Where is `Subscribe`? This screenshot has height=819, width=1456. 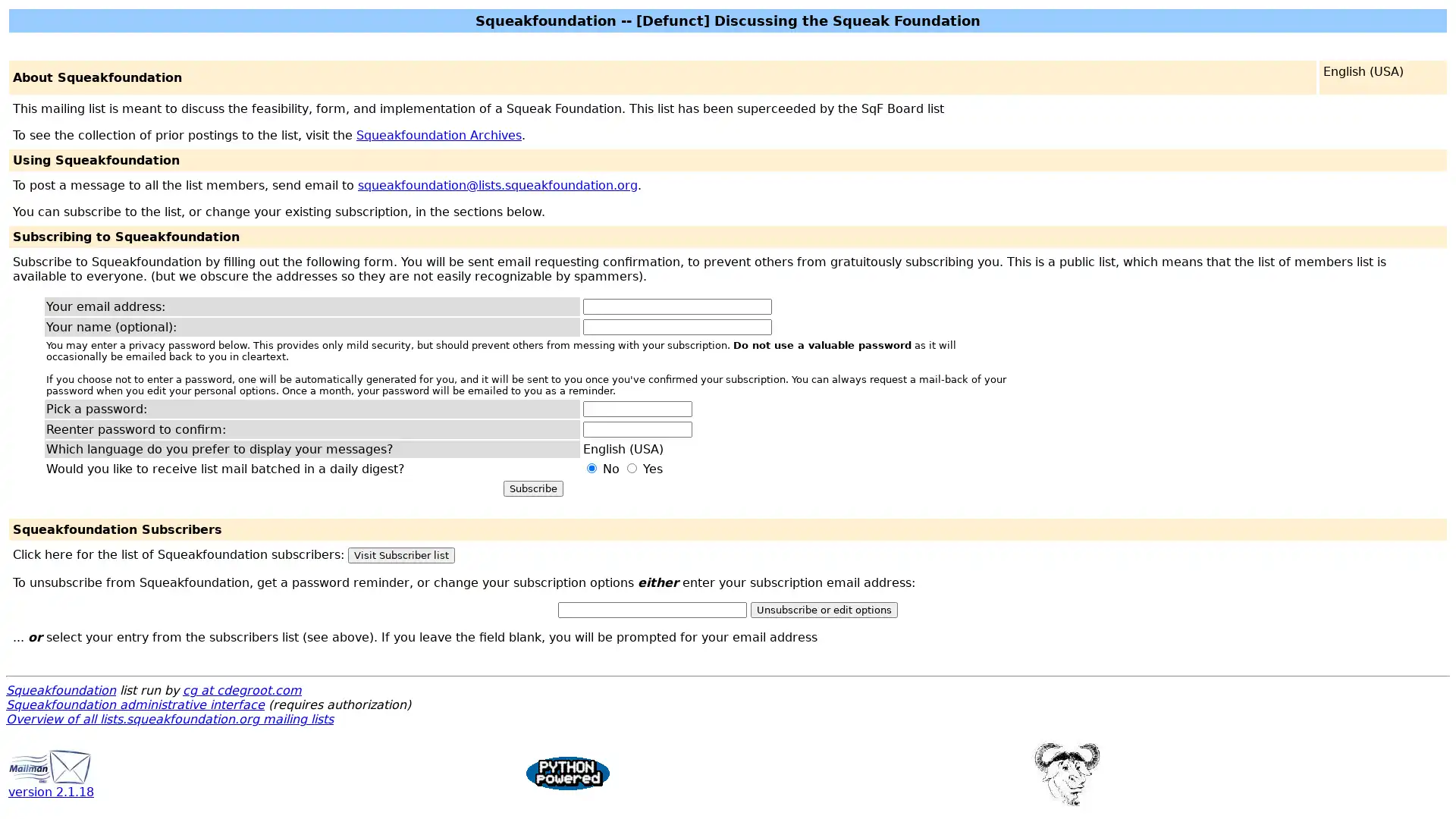
Subscribe is located at coordinates (532, 488).